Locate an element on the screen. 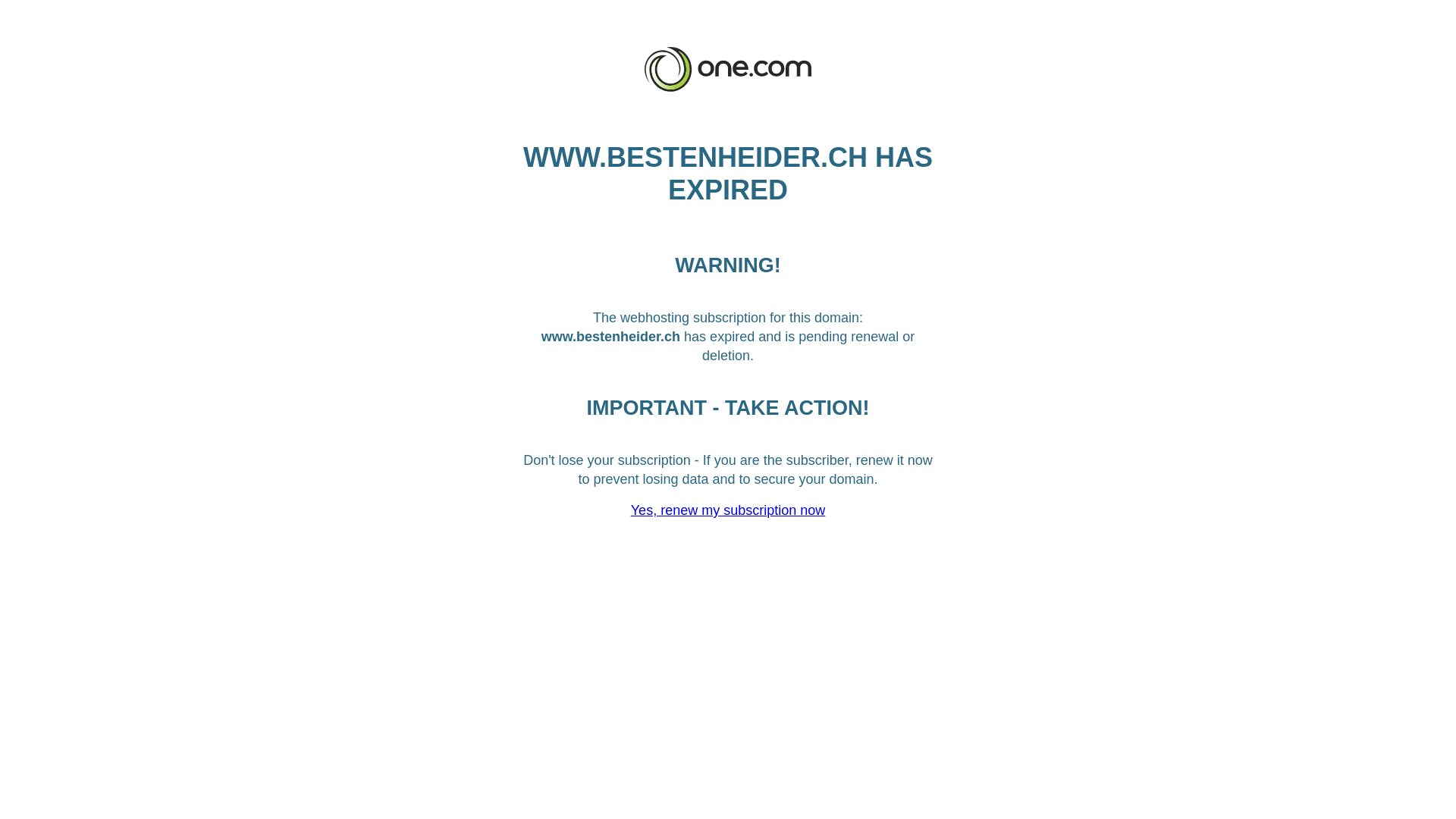 This screenshot has width=1456, height=819. 'Yes, renew my subscription now' is located at coordinates (728, 510).